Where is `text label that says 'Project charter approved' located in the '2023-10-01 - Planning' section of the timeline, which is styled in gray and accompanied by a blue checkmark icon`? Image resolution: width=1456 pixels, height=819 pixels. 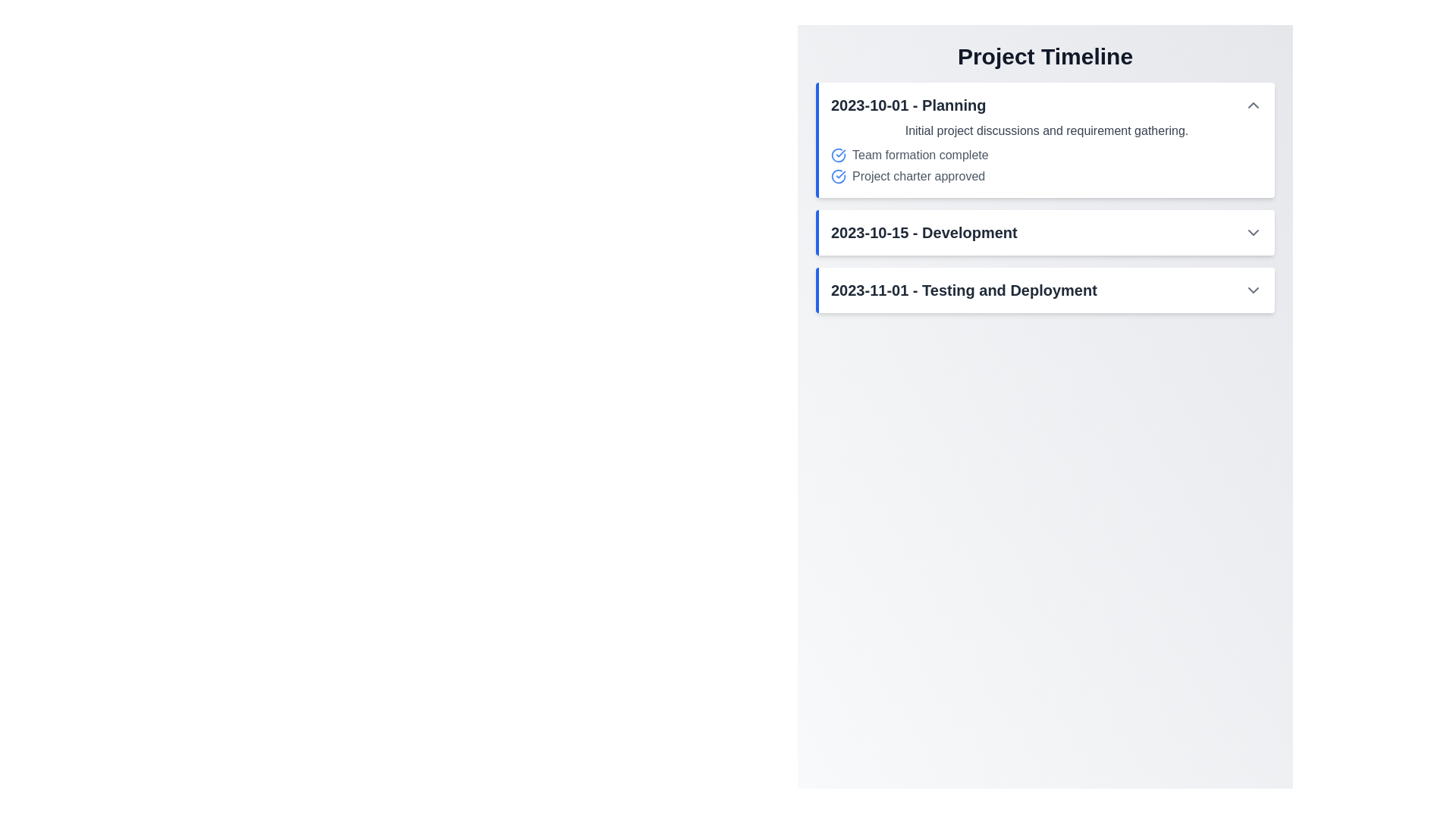 text label that says 'Project charter approved' located in the '2023-10-01 - Planning' section of the timeline, which is styled in gray and accompanied by a blue checkmark icon is located at coordinates (918, 175).